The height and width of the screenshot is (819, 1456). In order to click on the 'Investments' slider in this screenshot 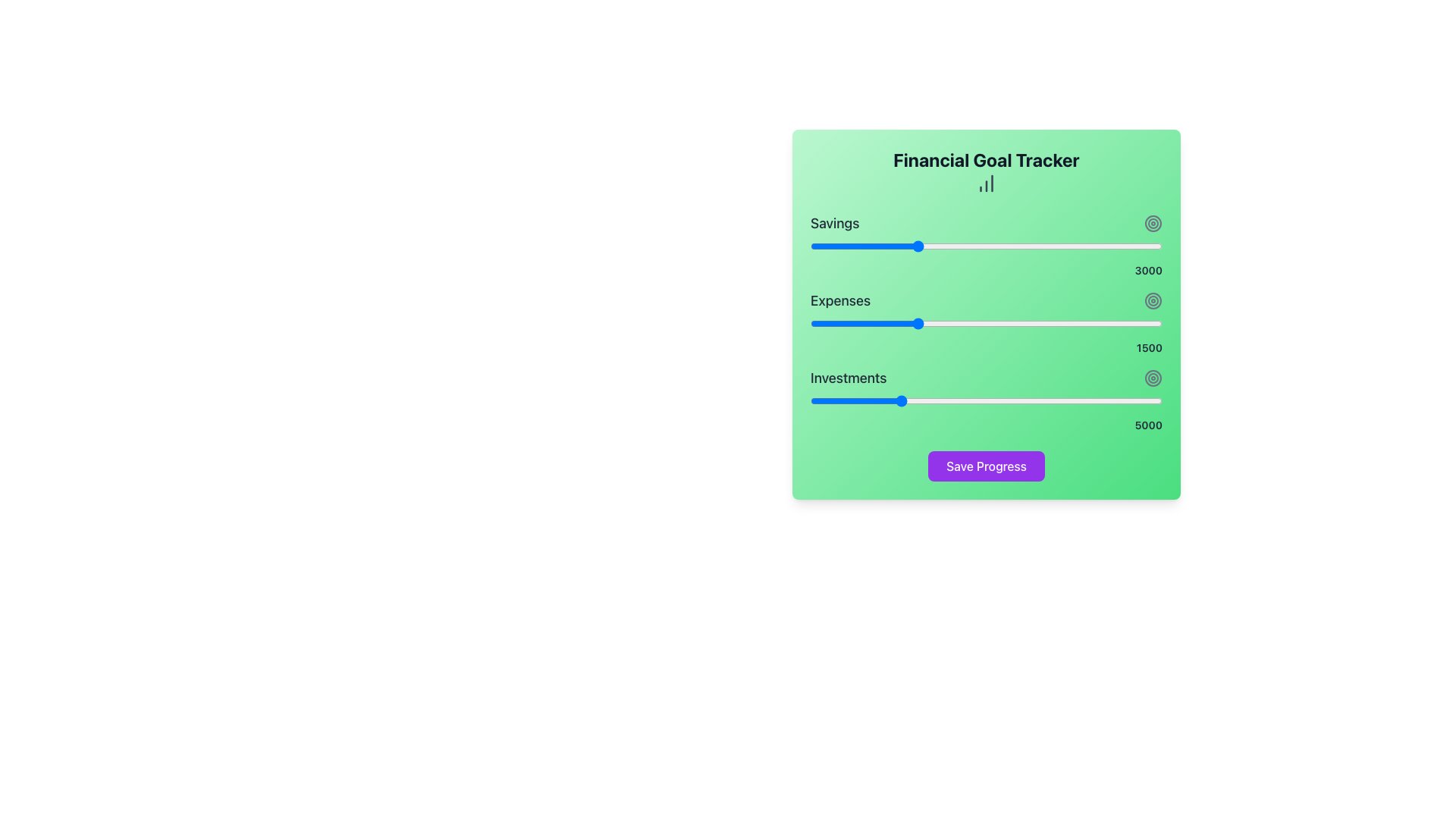, I will do `click(1095, 400)`.